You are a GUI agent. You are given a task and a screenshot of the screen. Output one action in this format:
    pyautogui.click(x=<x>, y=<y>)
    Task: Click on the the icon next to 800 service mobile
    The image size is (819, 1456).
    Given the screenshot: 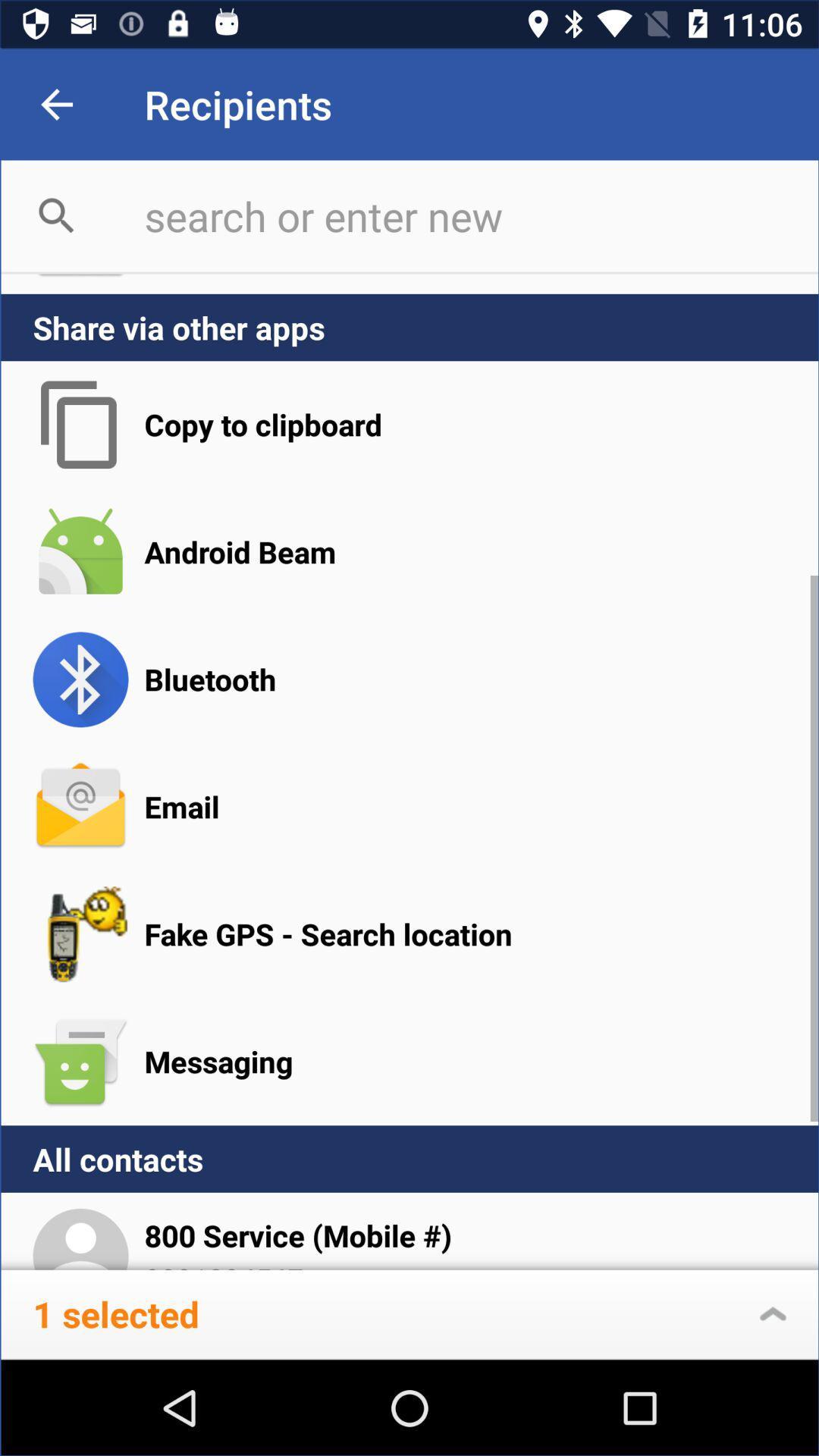 What is the action you would take?
    pyautogui.click(x=81, y=1220)
    